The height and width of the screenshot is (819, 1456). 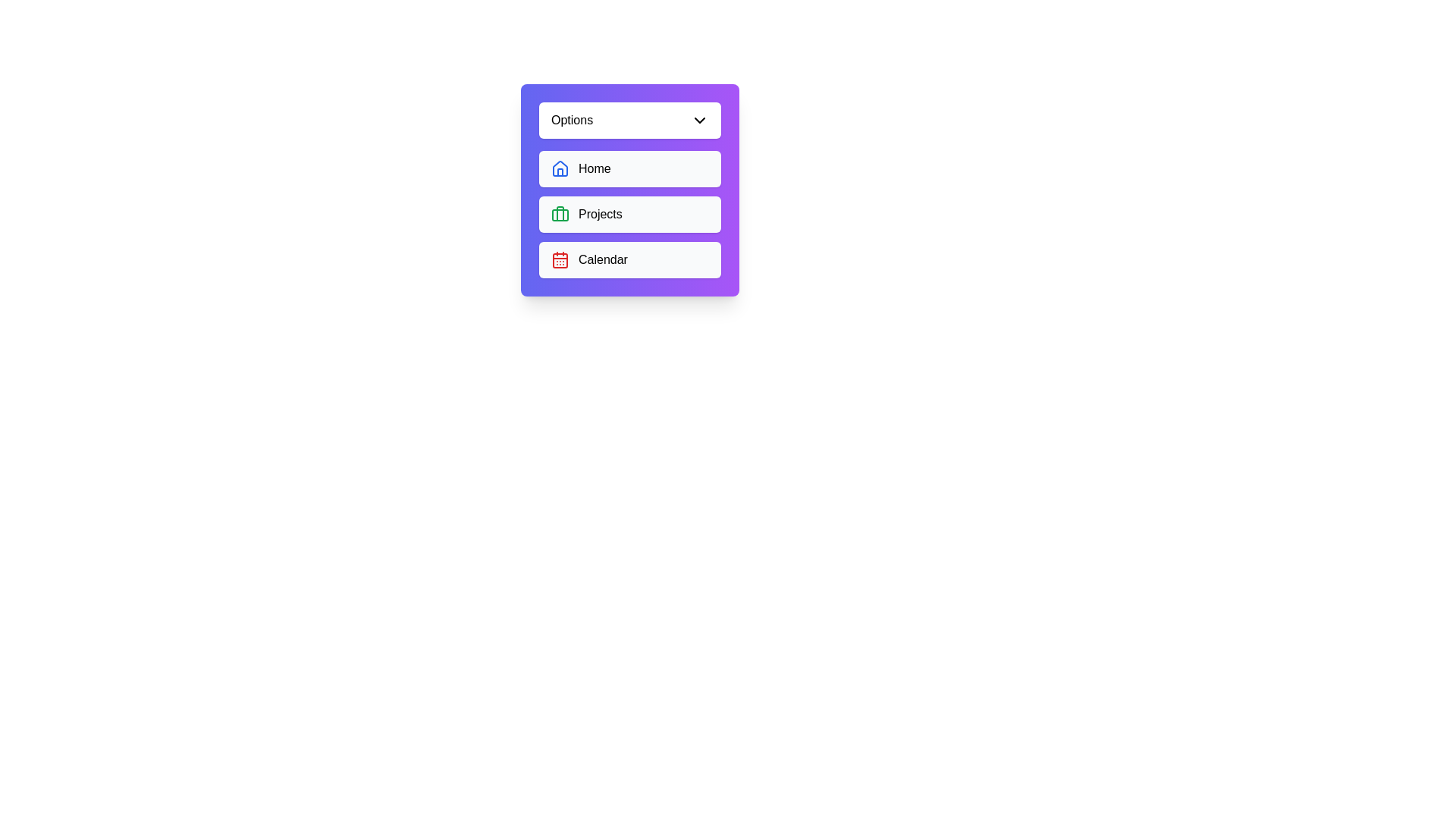 I want to click on the 'Projects' button to select it, so click(x=629, y=214).